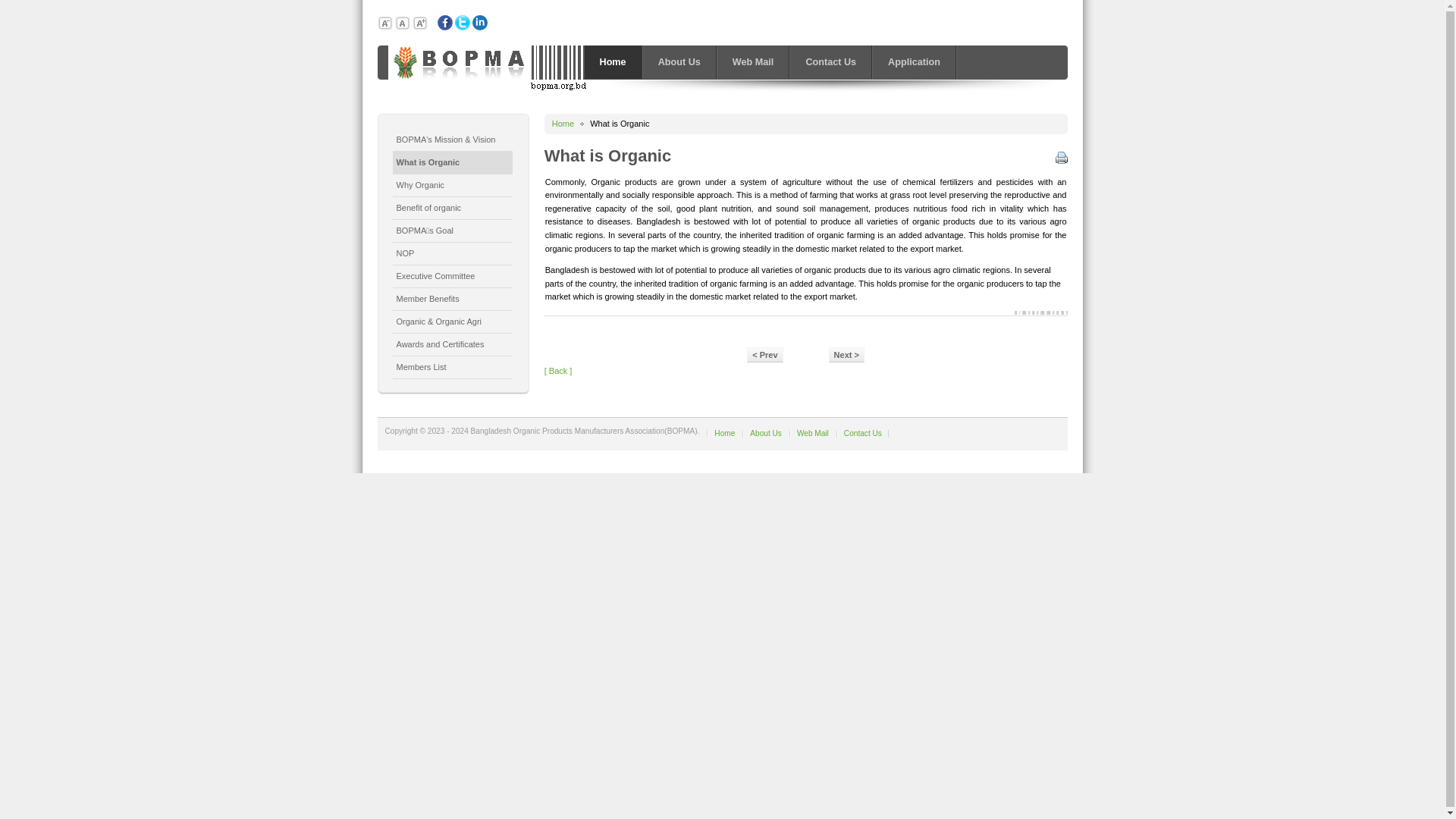 This screenshot has height=819, width=1456. Describe the element at coordinates (836, 433) in the screenshot. I see `'Contact Us'` at that location.